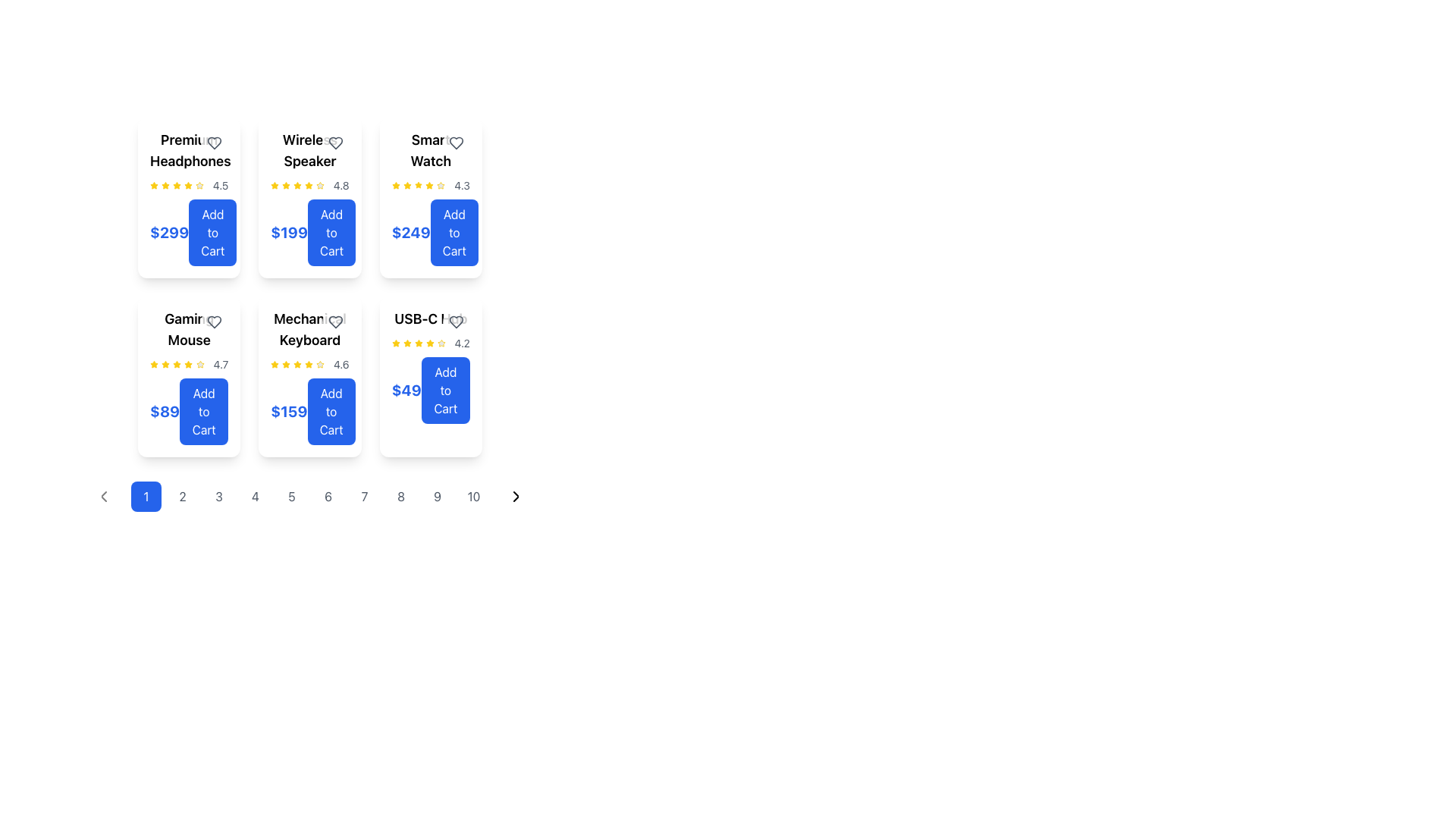 This screenshot has width=1456, height=819. What do you see at coordinates (289, 233) in the screenshot?
I see `the Price tag label, which displays the cost of the product in the second product card of the first row, located above the 'Add to Cart' button` at bounding box center [289, 233].